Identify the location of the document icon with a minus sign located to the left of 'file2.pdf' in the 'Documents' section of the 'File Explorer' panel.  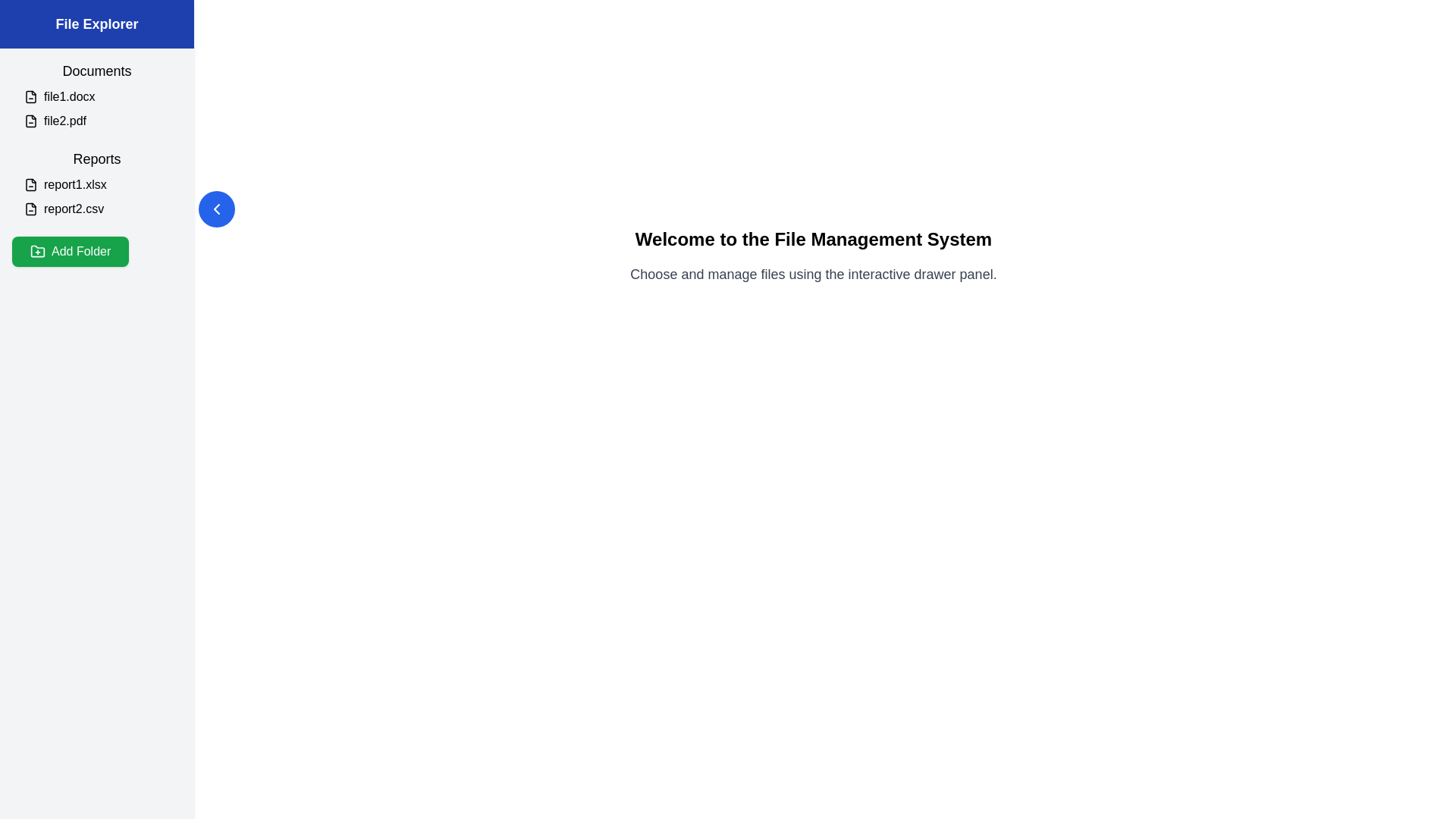
(31, 120).